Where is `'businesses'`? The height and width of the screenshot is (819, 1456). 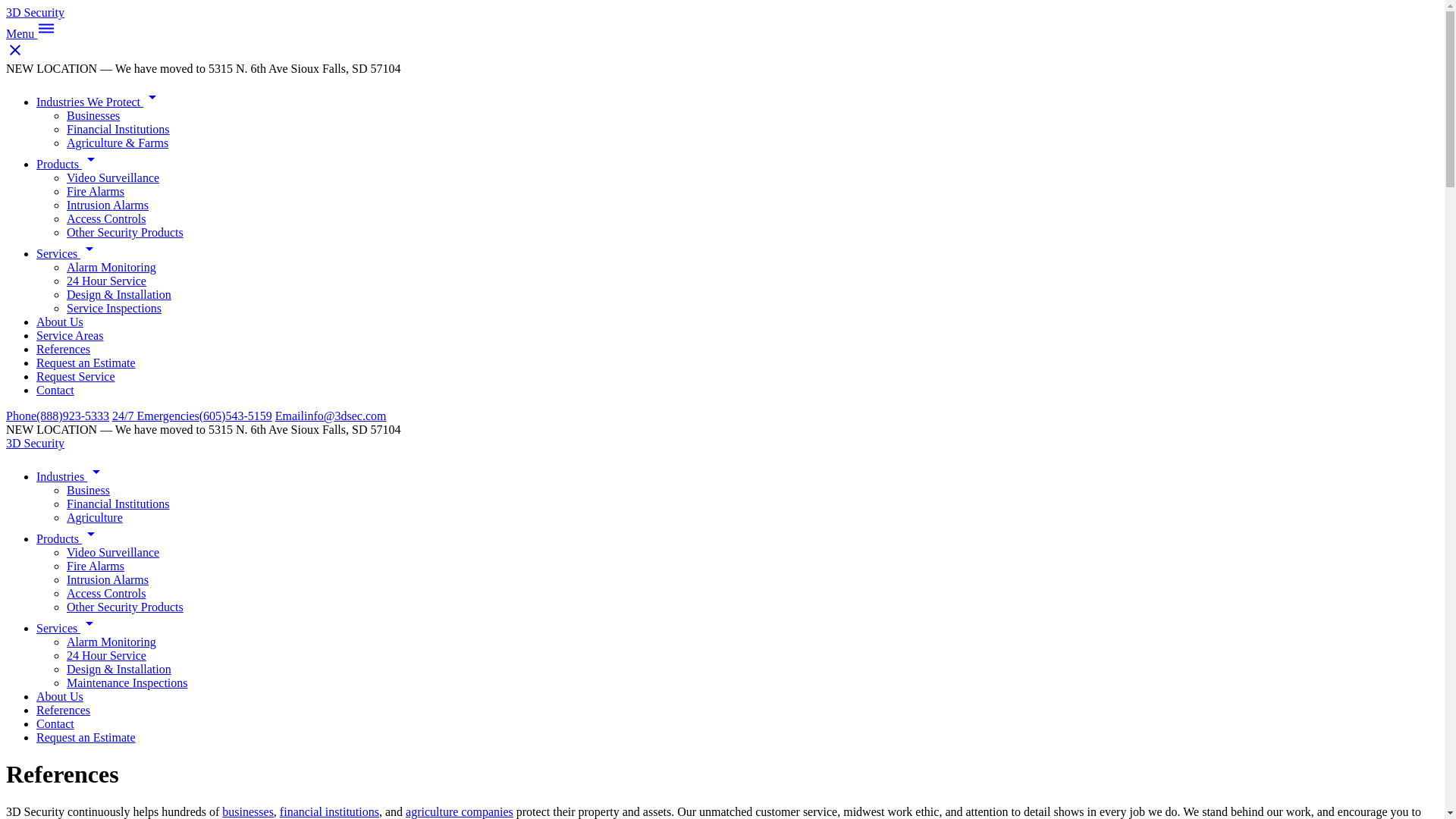
'businesses' is located at coordinates (247, 811).